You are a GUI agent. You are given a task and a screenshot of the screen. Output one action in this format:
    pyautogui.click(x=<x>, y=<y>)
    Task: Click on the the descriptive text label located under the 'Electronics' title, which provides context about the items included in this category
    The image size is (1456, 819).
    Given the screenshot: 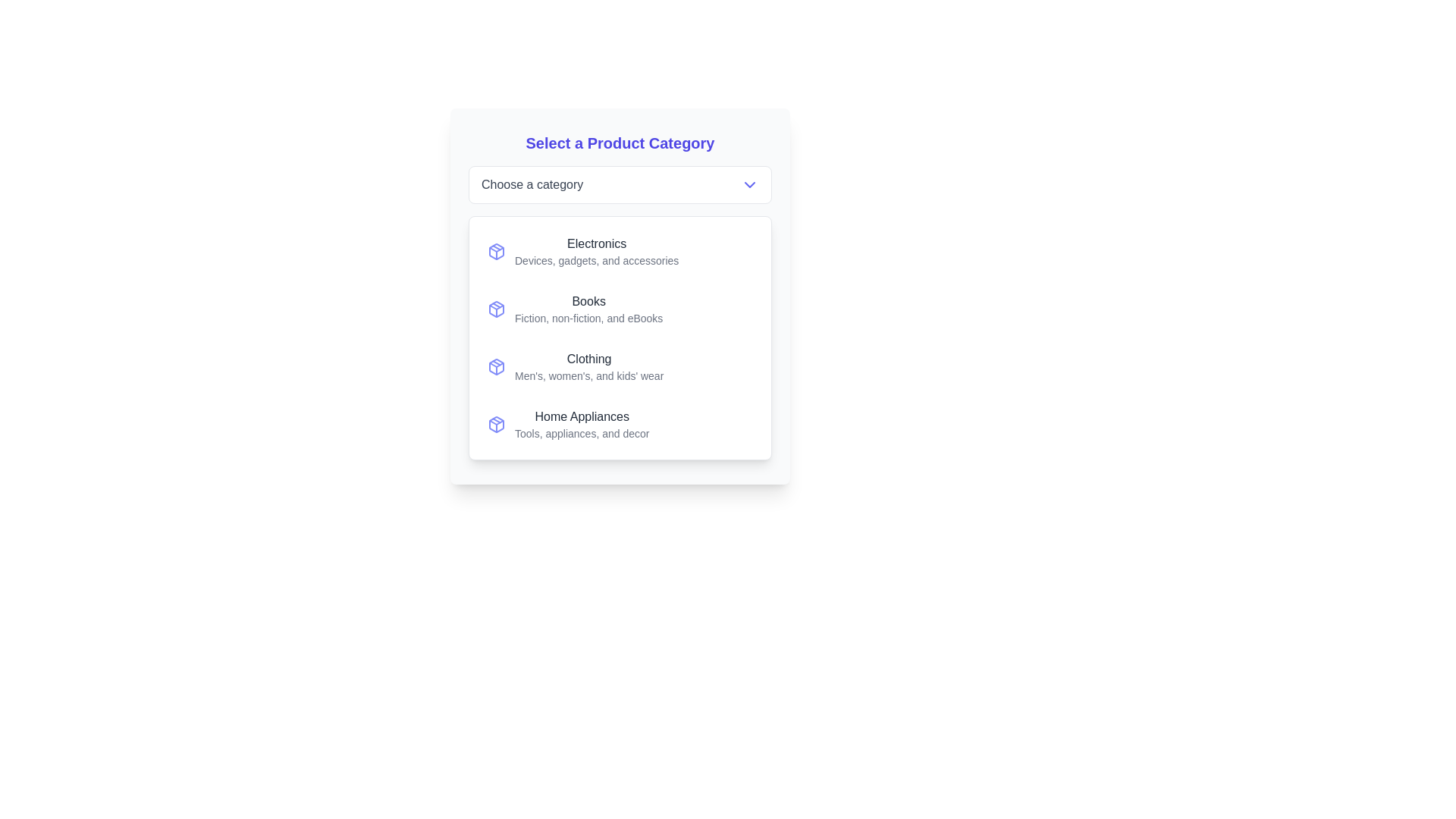 What is the action you would take?
    pyautogui.click(x=596, y=259)
    